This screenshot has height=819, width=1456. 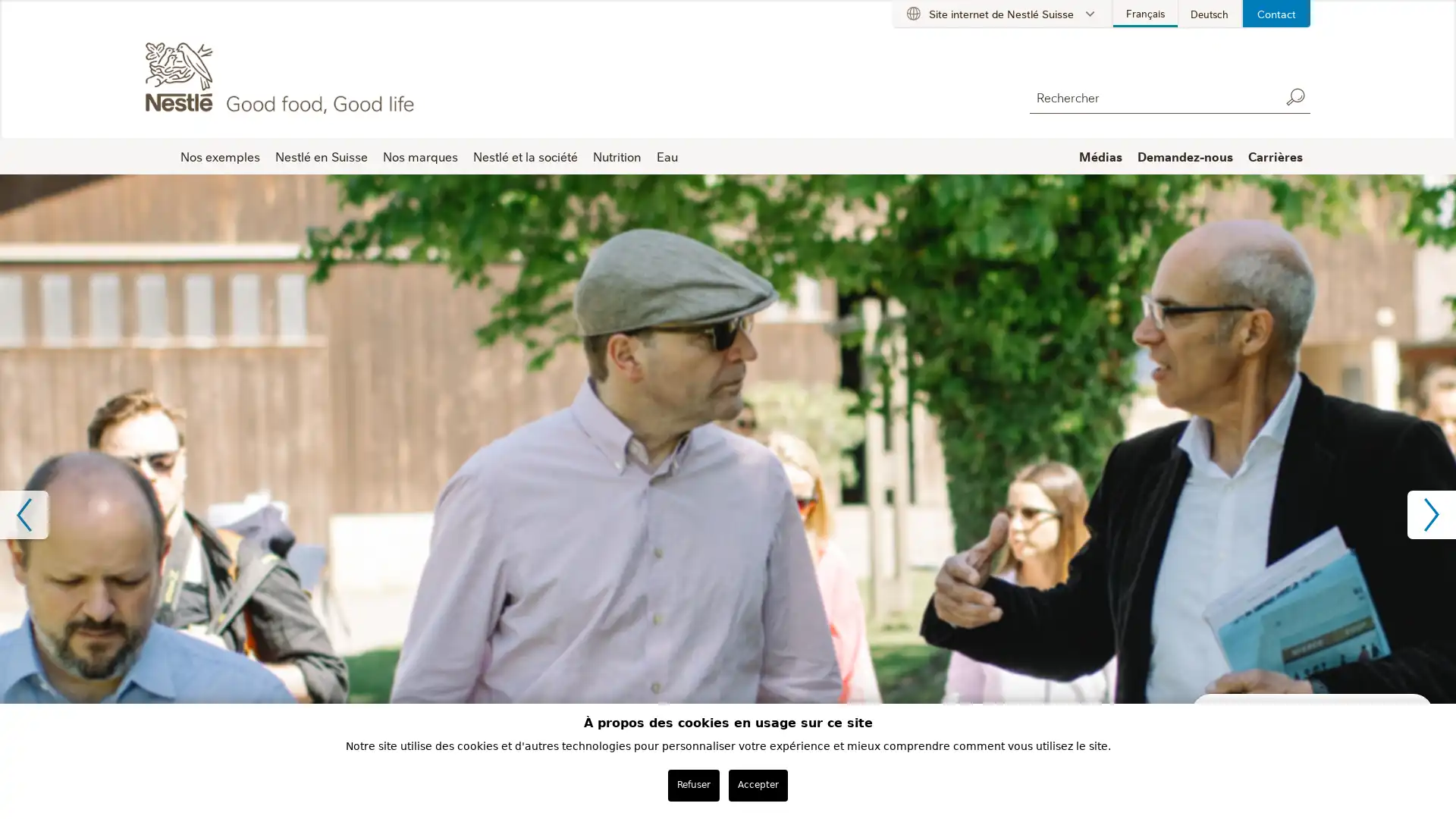 I want to click on Rechercher, so click(x=1294, y=96).